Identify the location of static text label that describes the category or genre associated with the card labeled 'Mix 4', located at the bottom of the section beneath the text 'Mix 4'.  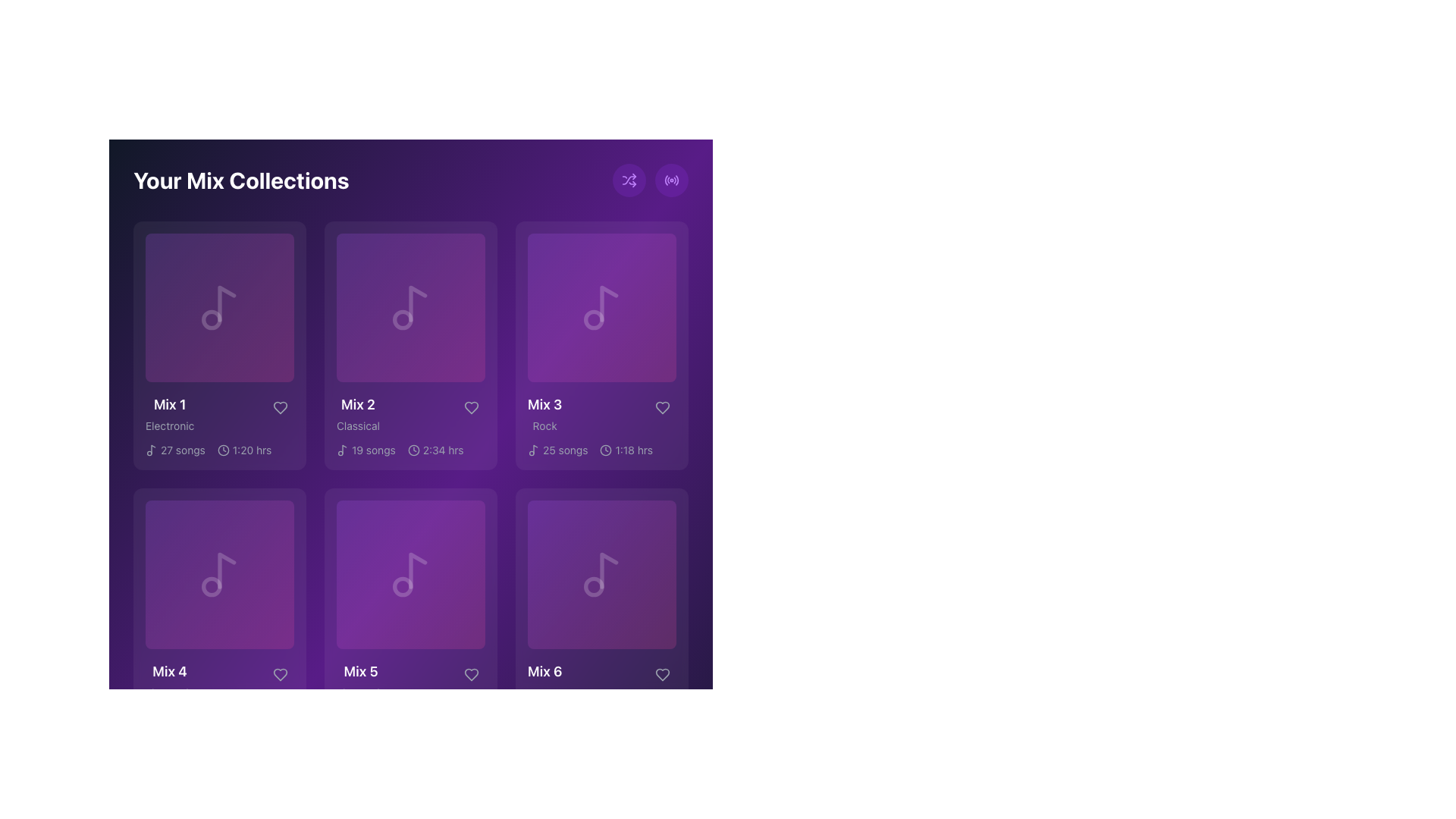
(170, 693).